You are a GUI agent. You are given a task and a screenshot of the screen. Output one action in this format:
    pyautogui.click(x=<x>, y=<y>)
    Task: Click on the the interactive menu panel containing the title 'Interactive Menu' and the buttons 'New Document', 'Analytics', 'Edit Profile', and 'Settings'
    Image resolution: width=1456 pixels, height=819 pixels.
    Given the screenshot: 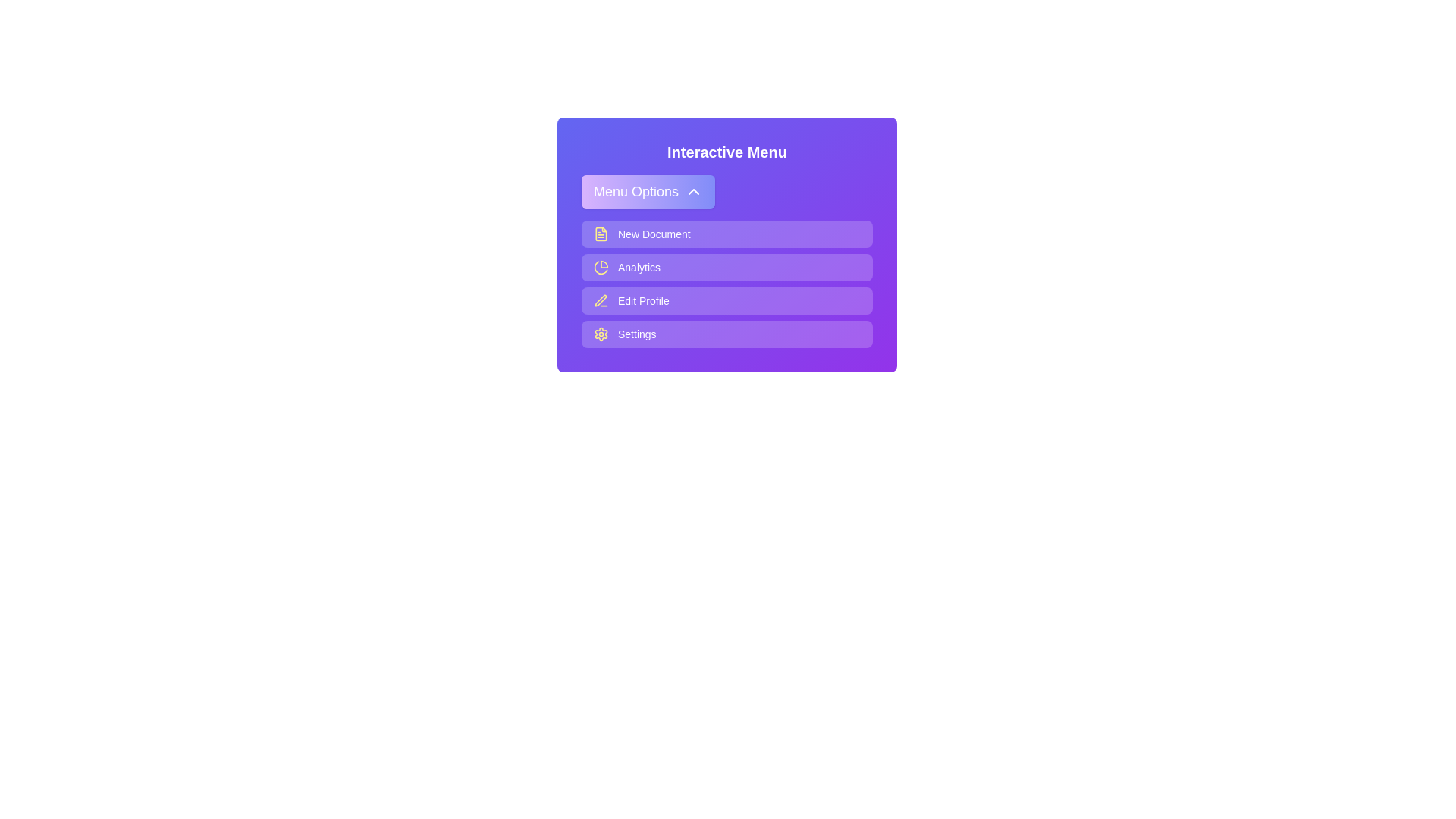 What is the action you would take?
    pyautogui.click(x=726, y=244)
    